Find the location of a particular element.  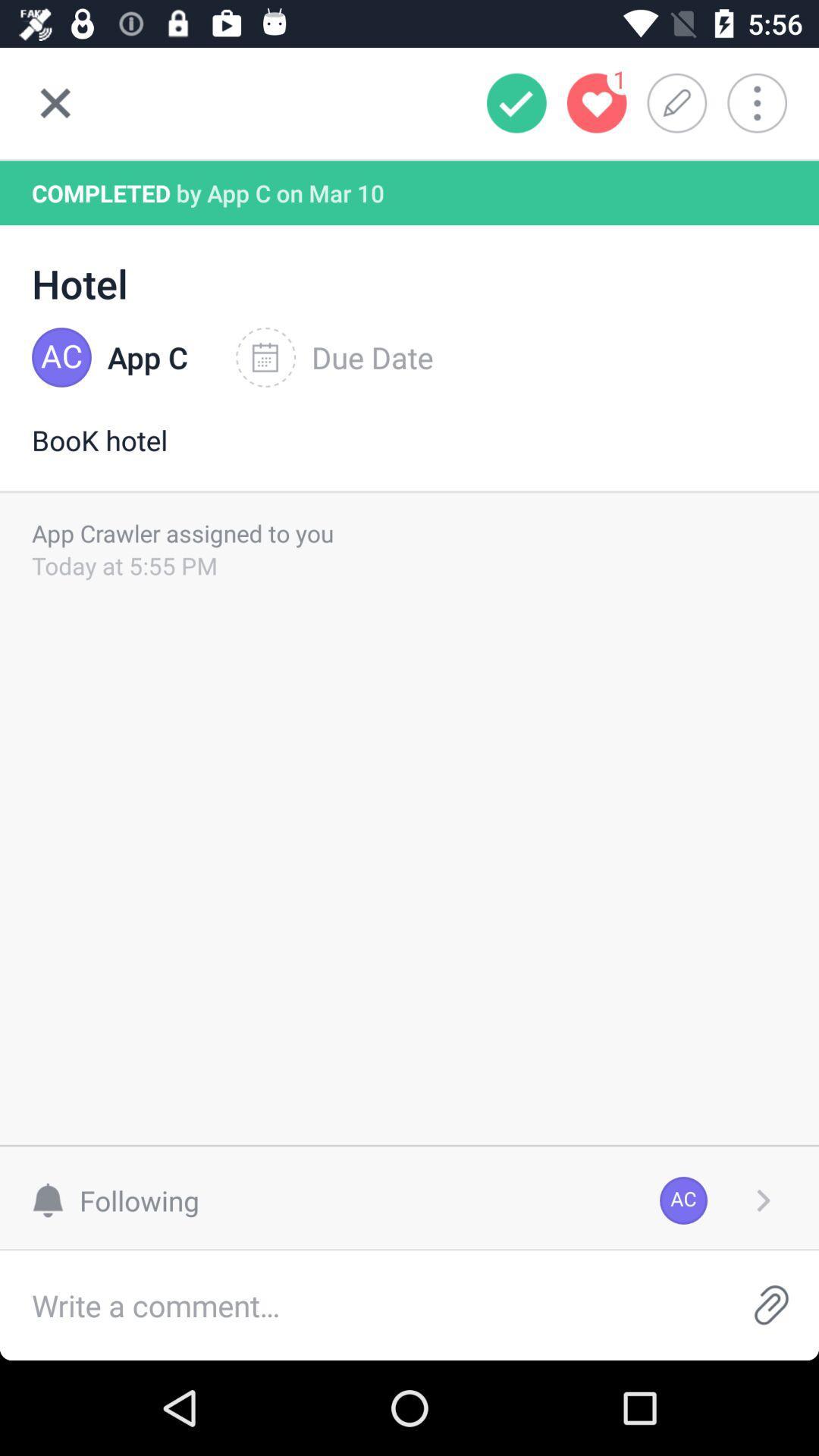

the book hotel is located at coordinates (409, 455).